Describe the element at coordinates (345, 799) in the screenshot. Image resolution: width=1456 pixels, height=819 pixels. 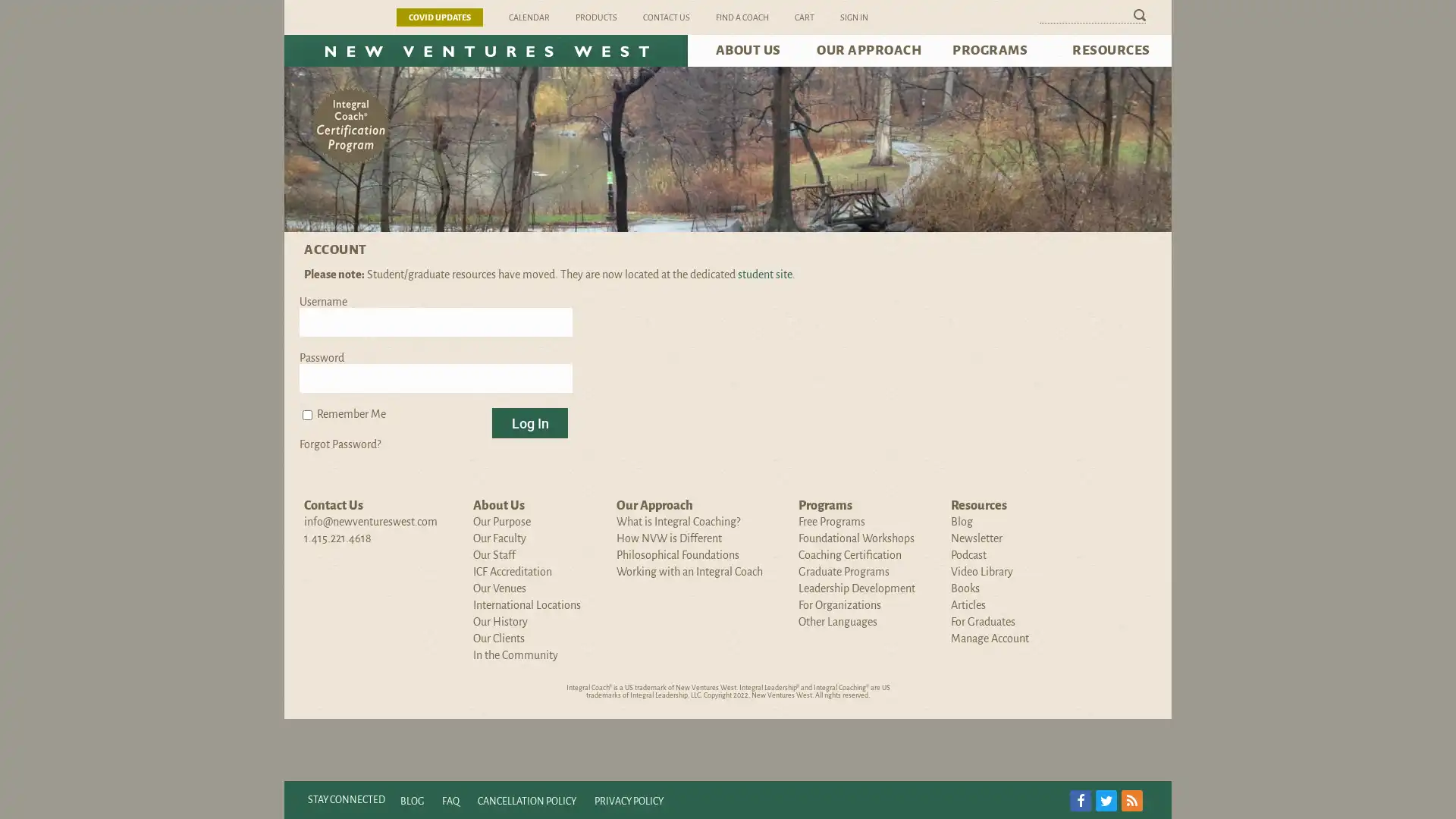
I see `STAY CONNECTED` at that location.